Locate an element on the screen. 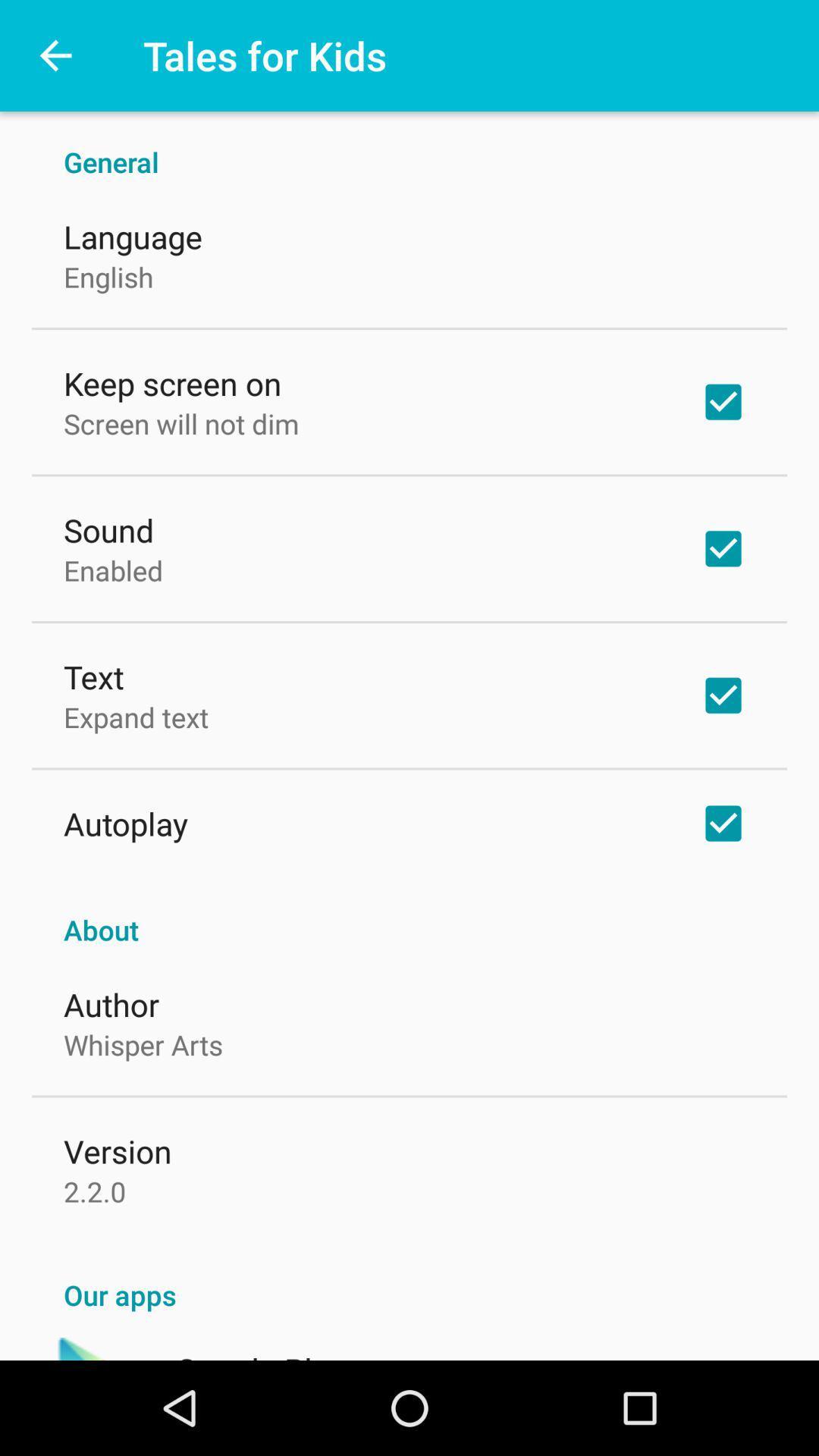 Image resolution: width=819 pixels, height=1456 pixels. icon next to the google play is located at coordinates (88, 1349).